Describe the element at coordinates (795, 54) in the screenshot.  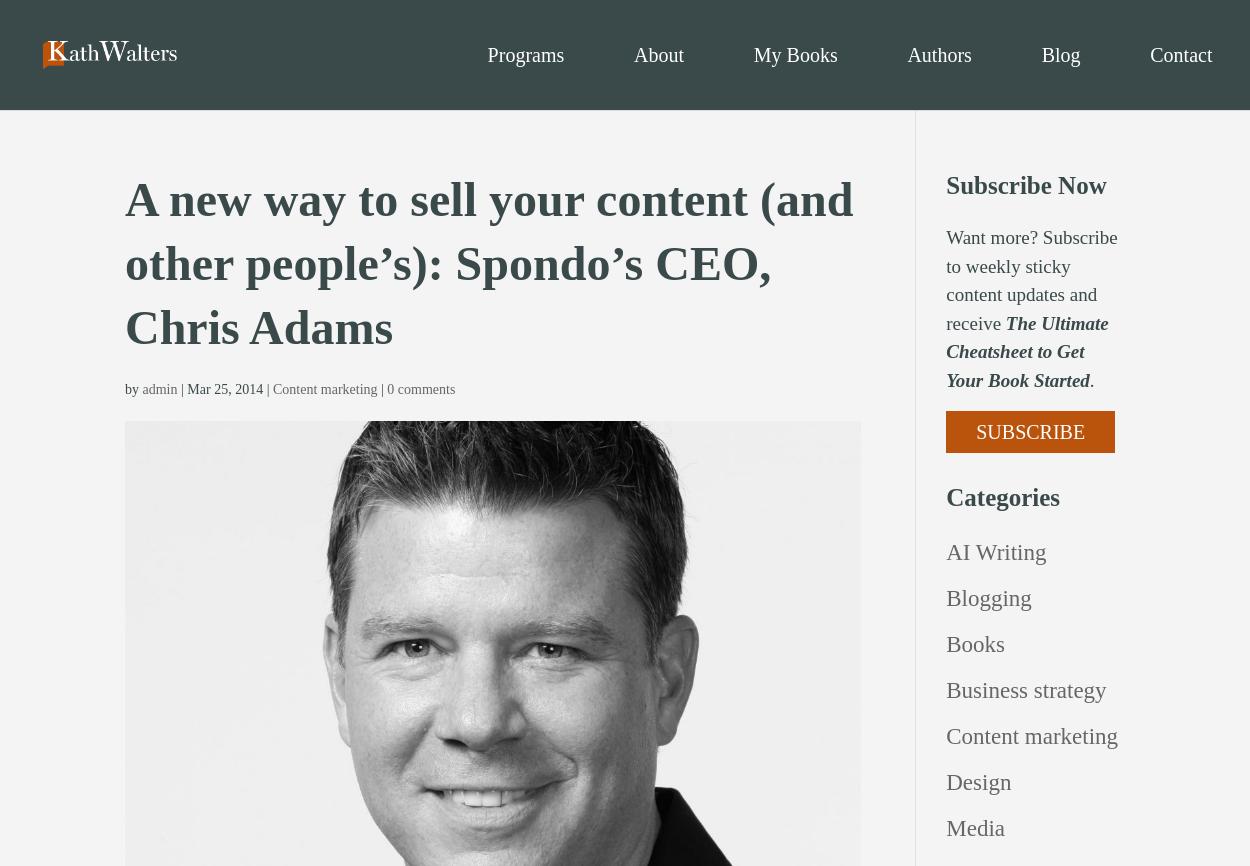
I see `'My Books'` at that location.